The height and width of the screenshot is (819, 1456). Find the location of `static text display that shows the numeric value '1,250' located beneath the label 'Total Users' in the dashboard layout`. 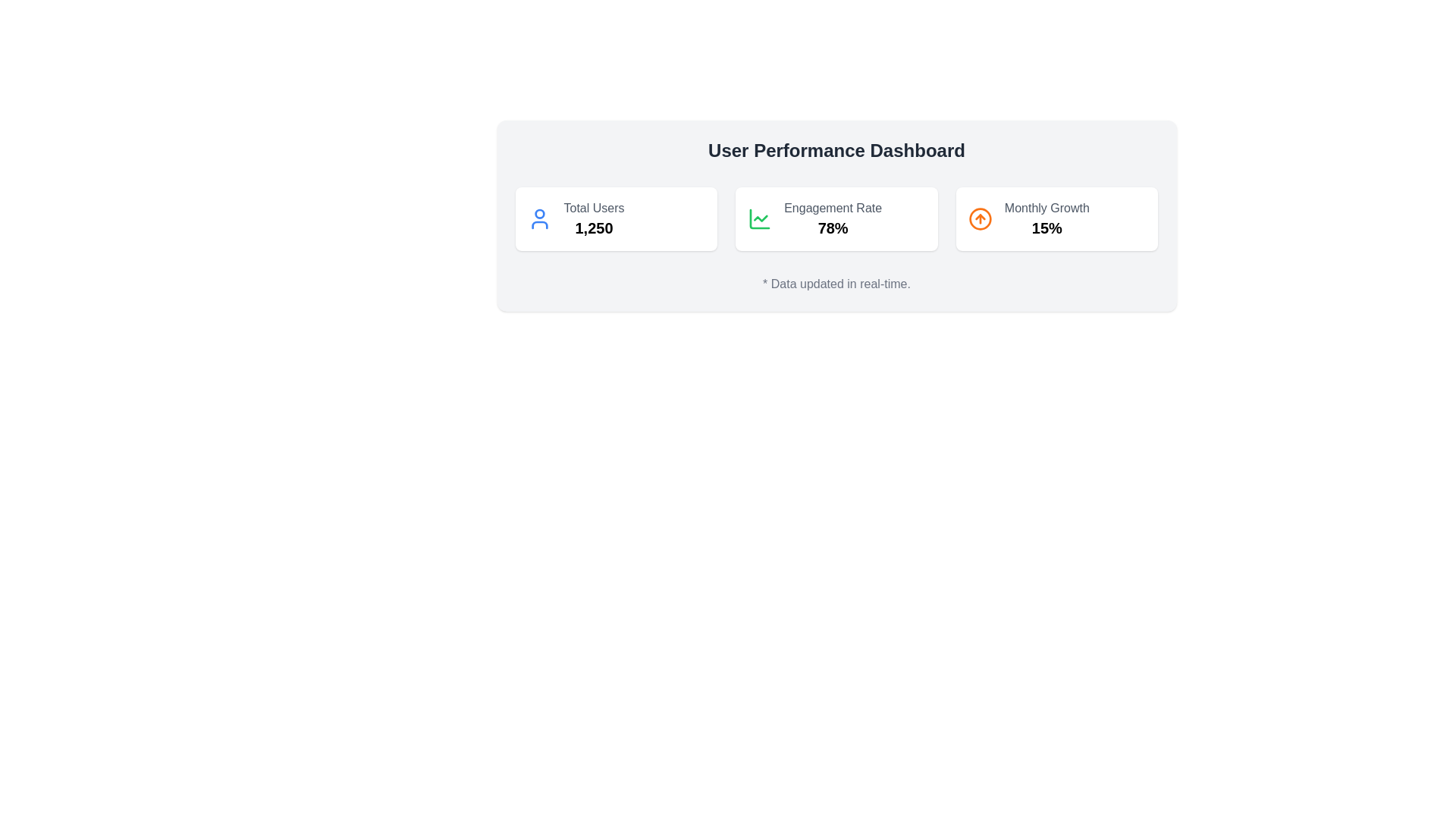

static text display that shows the numeric value '1,250' located beneath the label 'Total Users' in the dashboard layout is located at coordinates (593, 227).